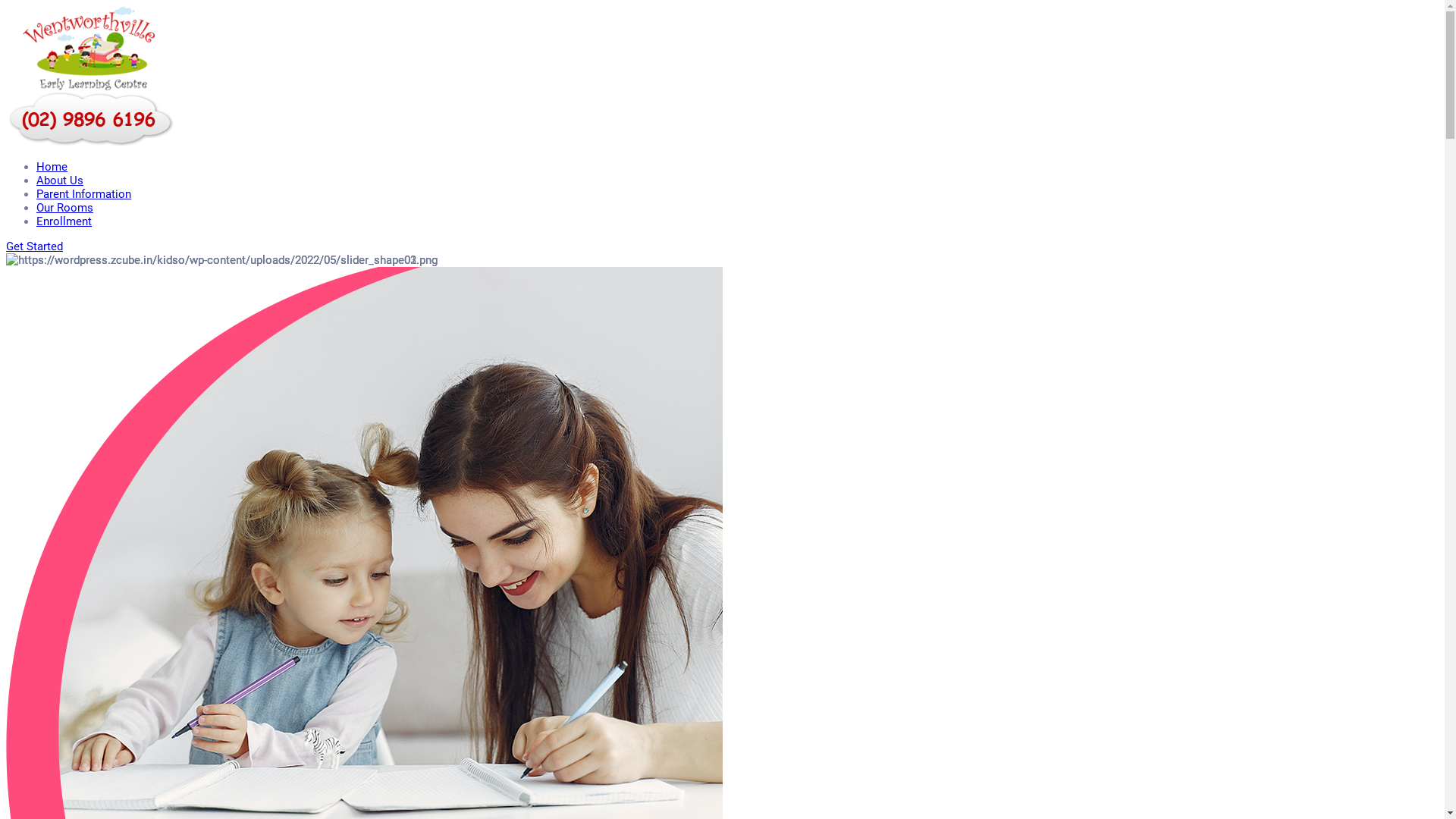  Describe the element at coordinates (63, 221) in the screenshot. I see `'Enrollment'` at that location.